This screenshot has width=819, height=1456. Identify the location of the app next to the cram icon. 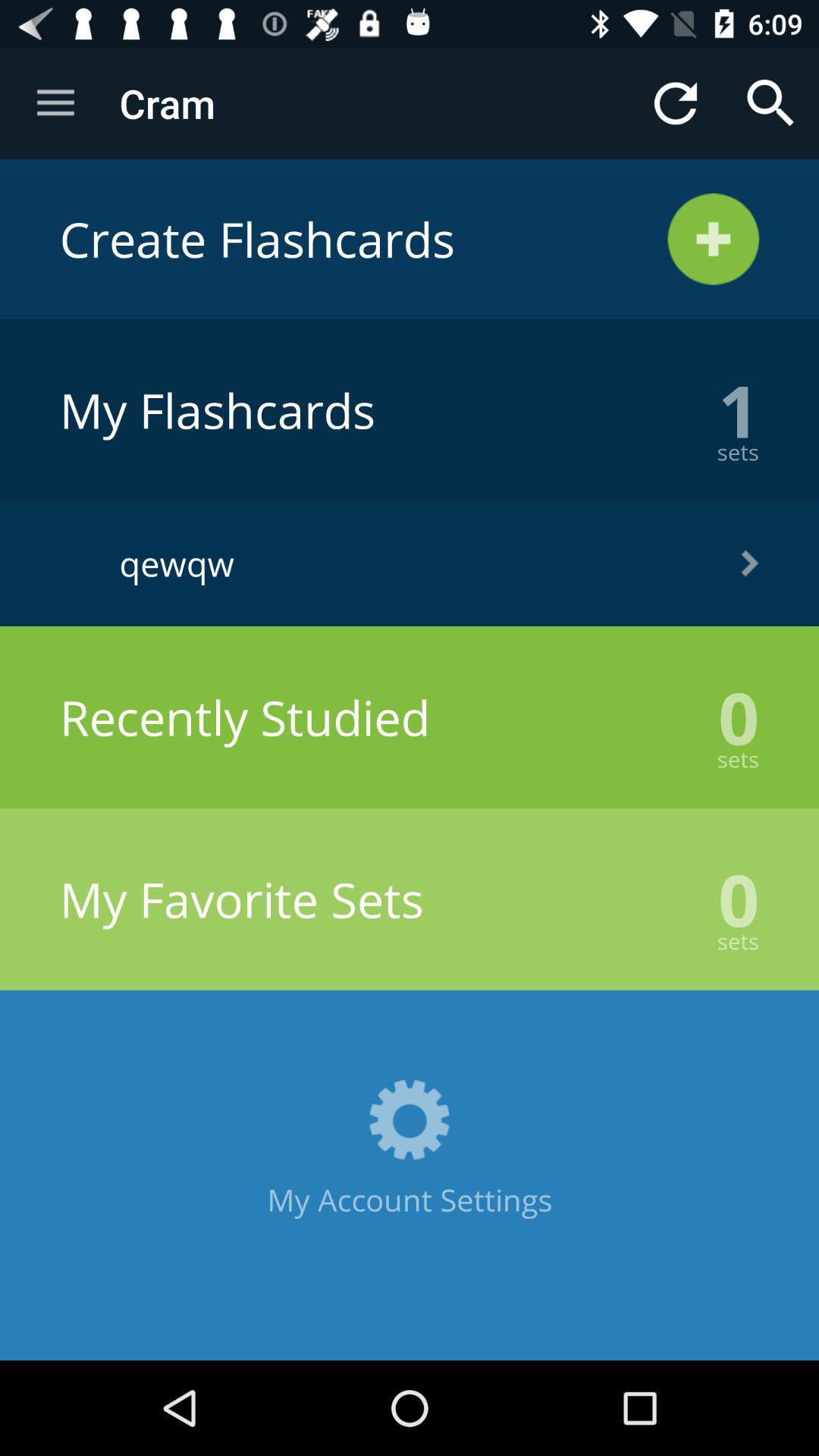
(55, 102).